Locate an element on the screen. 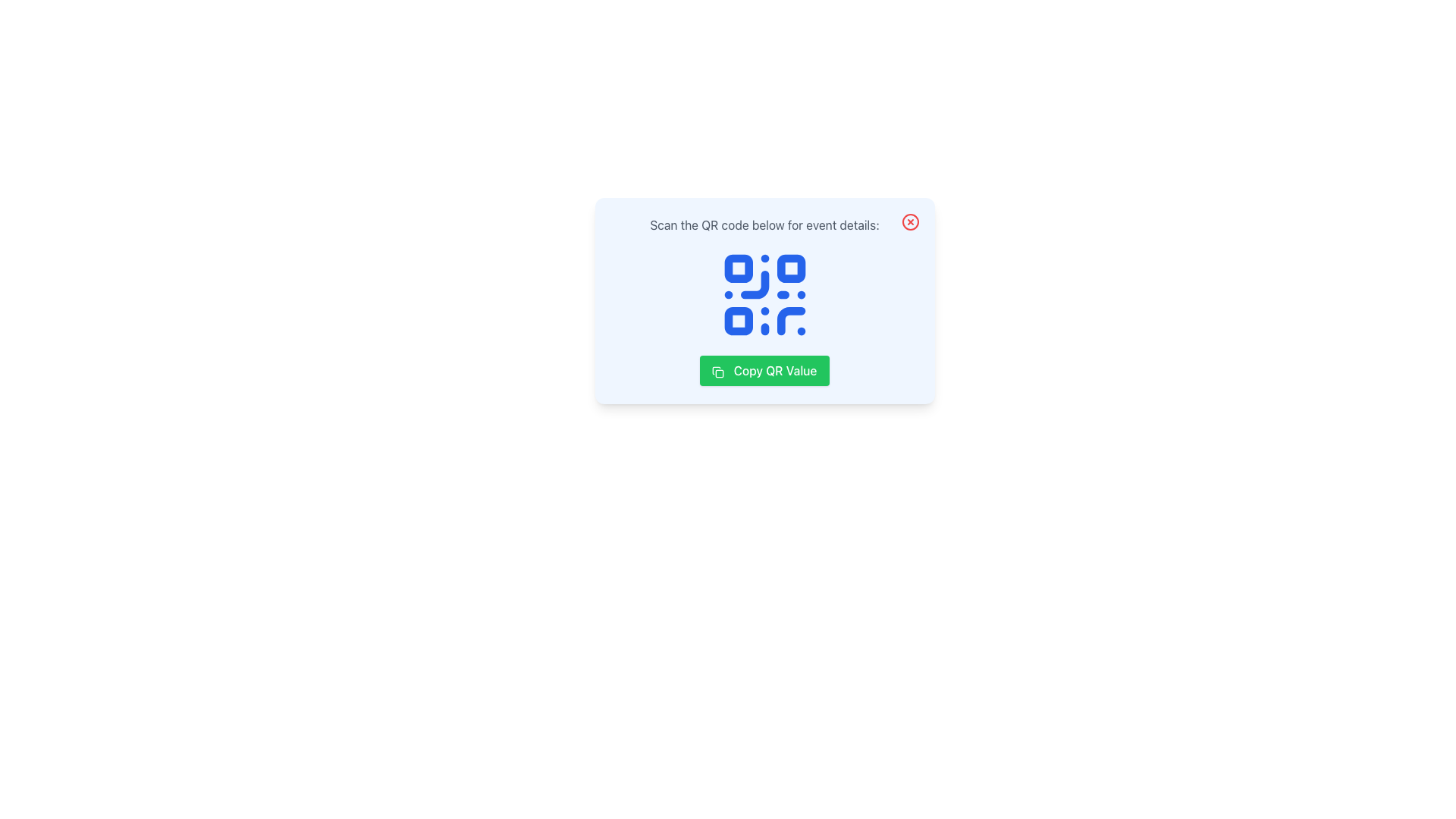 The width and height of the screenshot is (1456, 819). the small document icon located inside the 'Copy QR Value' button, positioned to the left of the text within the button is located at coordinates (717, 372).